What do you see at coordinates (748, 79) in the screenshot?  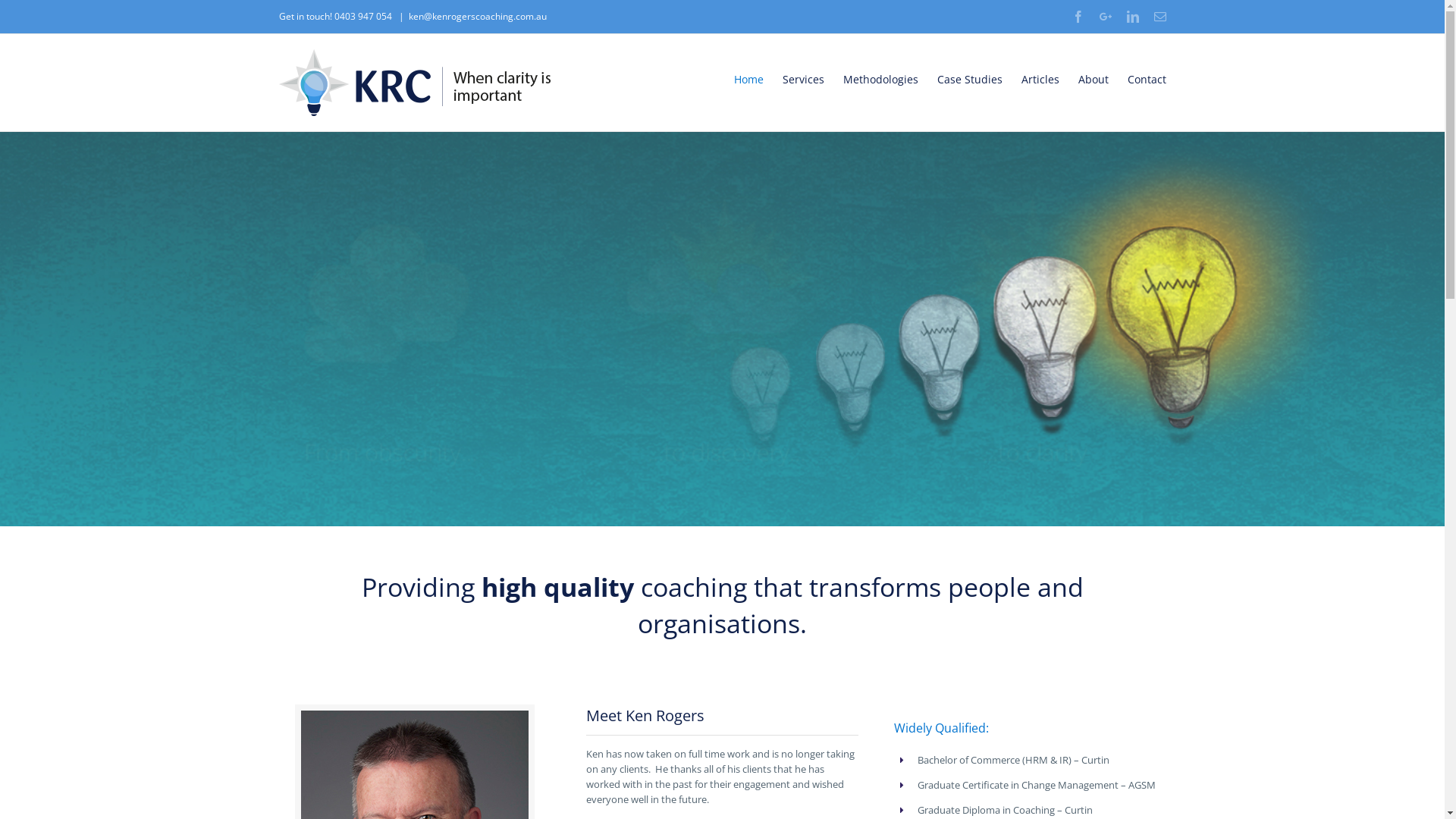 I see `'Home'` at bounding box center [748, 79].